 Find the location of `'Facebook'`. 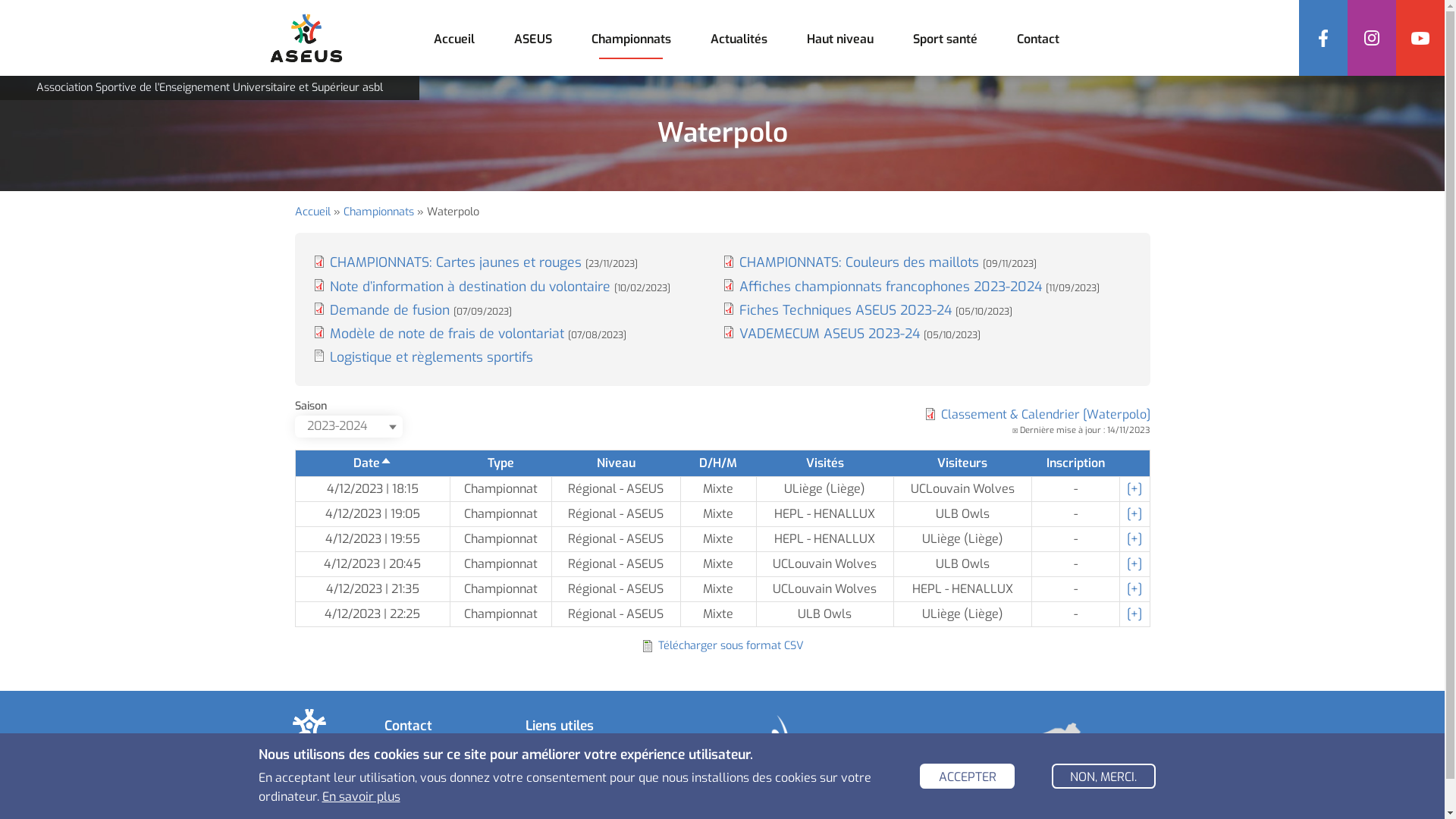

'Facebook' is located at coordinates (1323, 37).